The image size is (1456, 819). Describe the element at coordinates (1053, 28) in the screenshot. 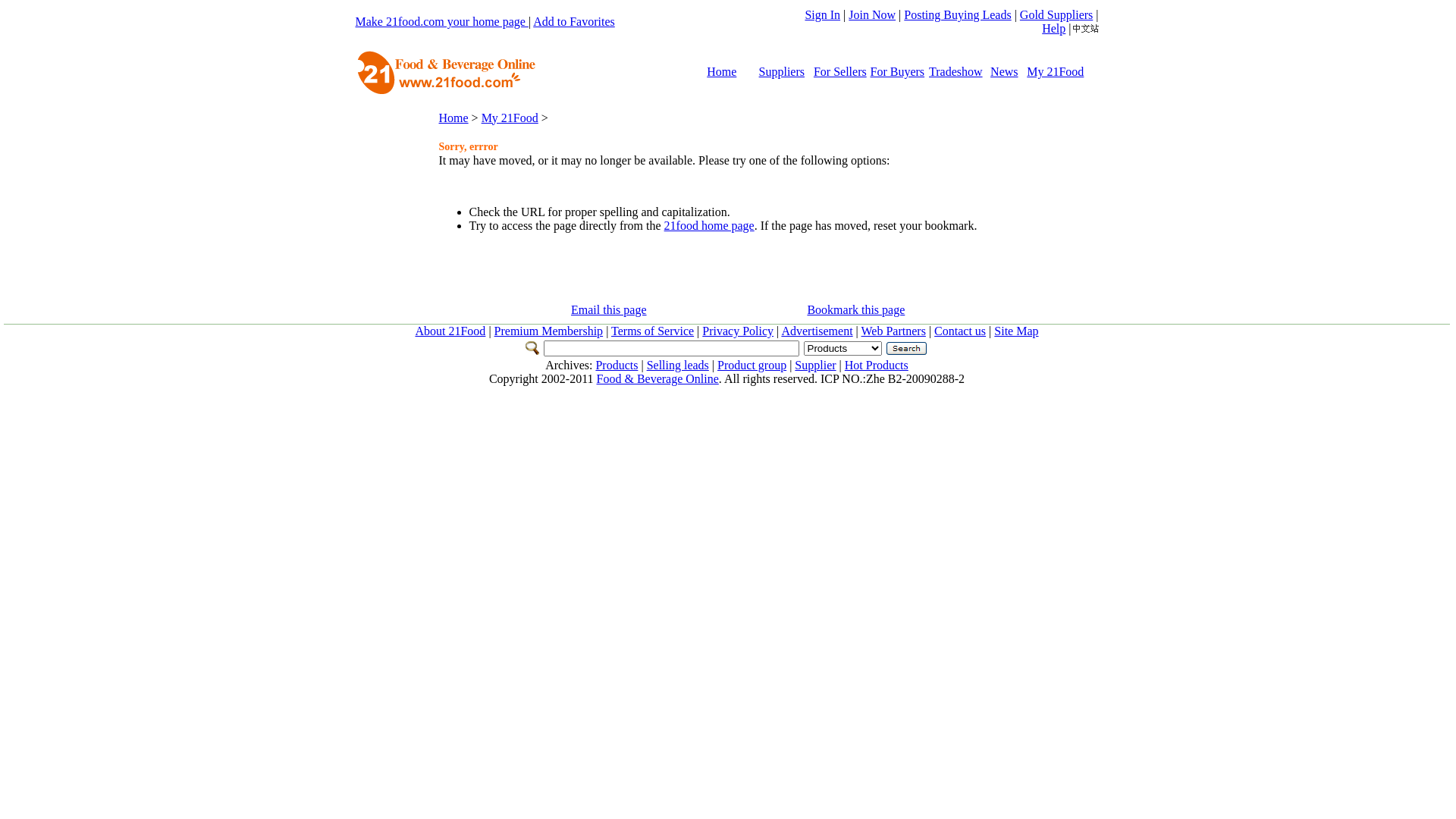

I see `'Help'` at that location.